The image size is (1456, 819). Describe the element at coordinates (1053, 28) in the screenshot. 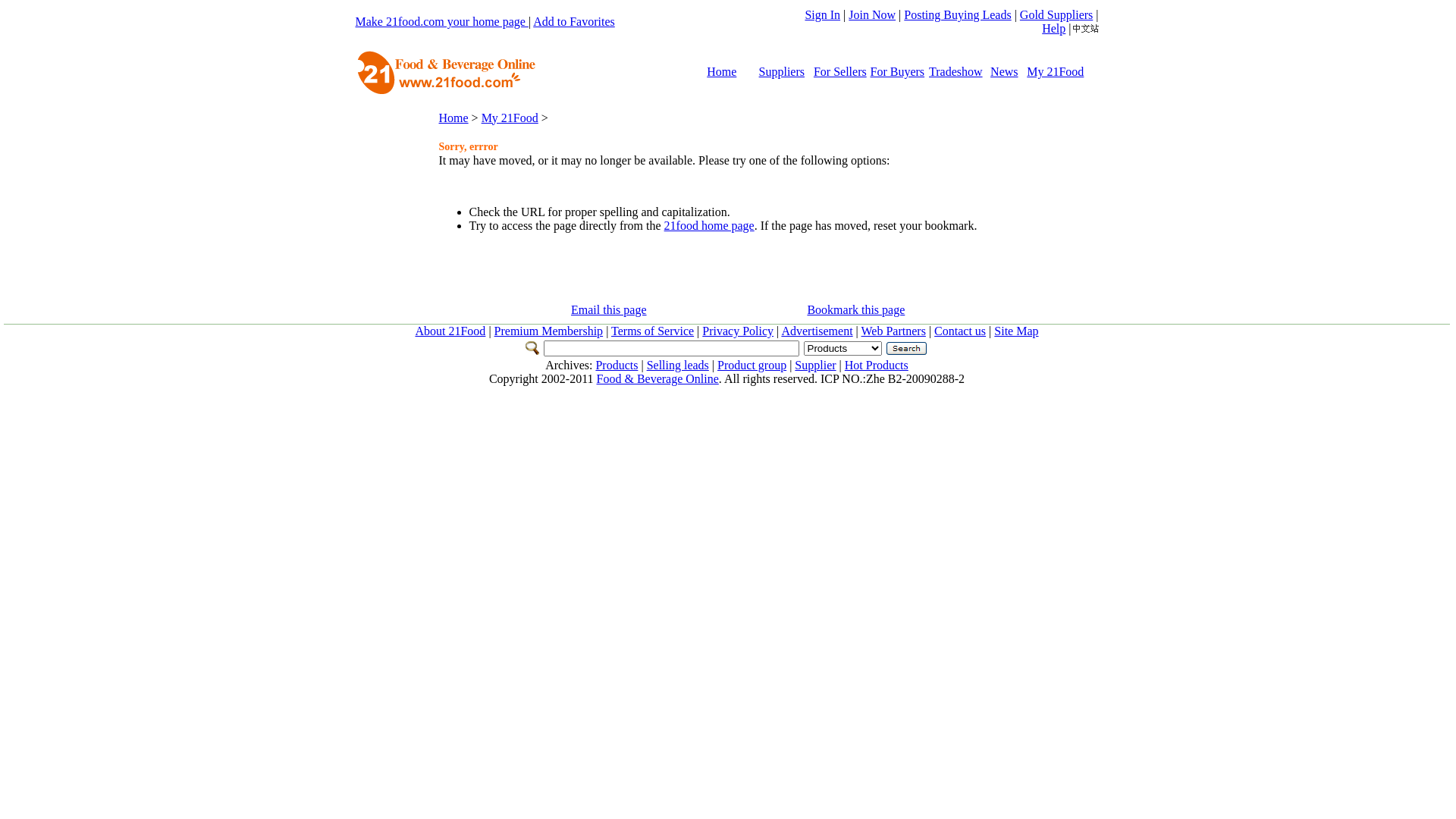

I see `'Help'` at that location.